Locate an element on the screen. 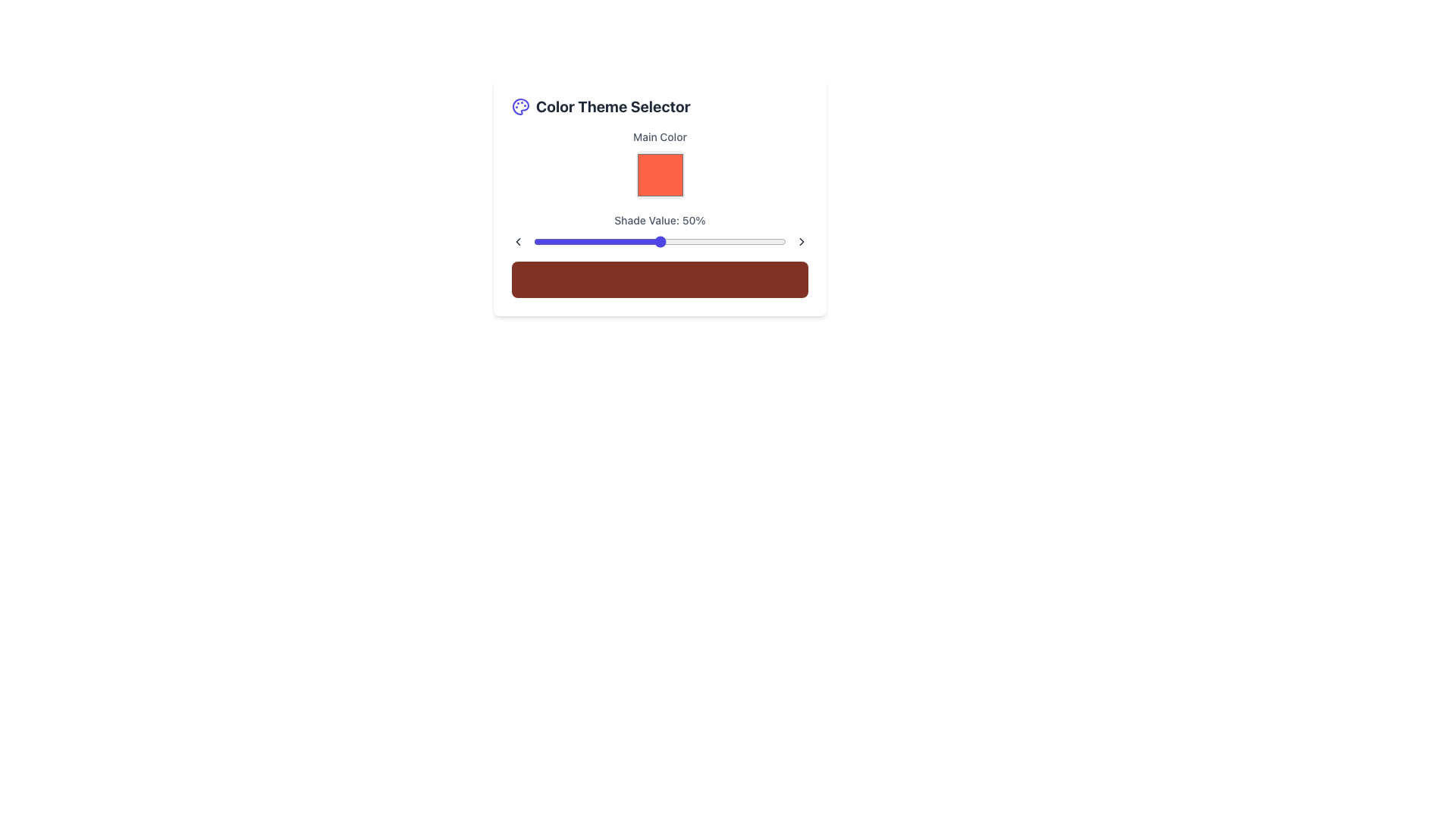 This screenshot has width=1456, height=819. the Decorative Icon representing a palette, styled with a blue stroke color, located to the left of the 'Color Theme Selector' heading is located at coordinates (520, 106).